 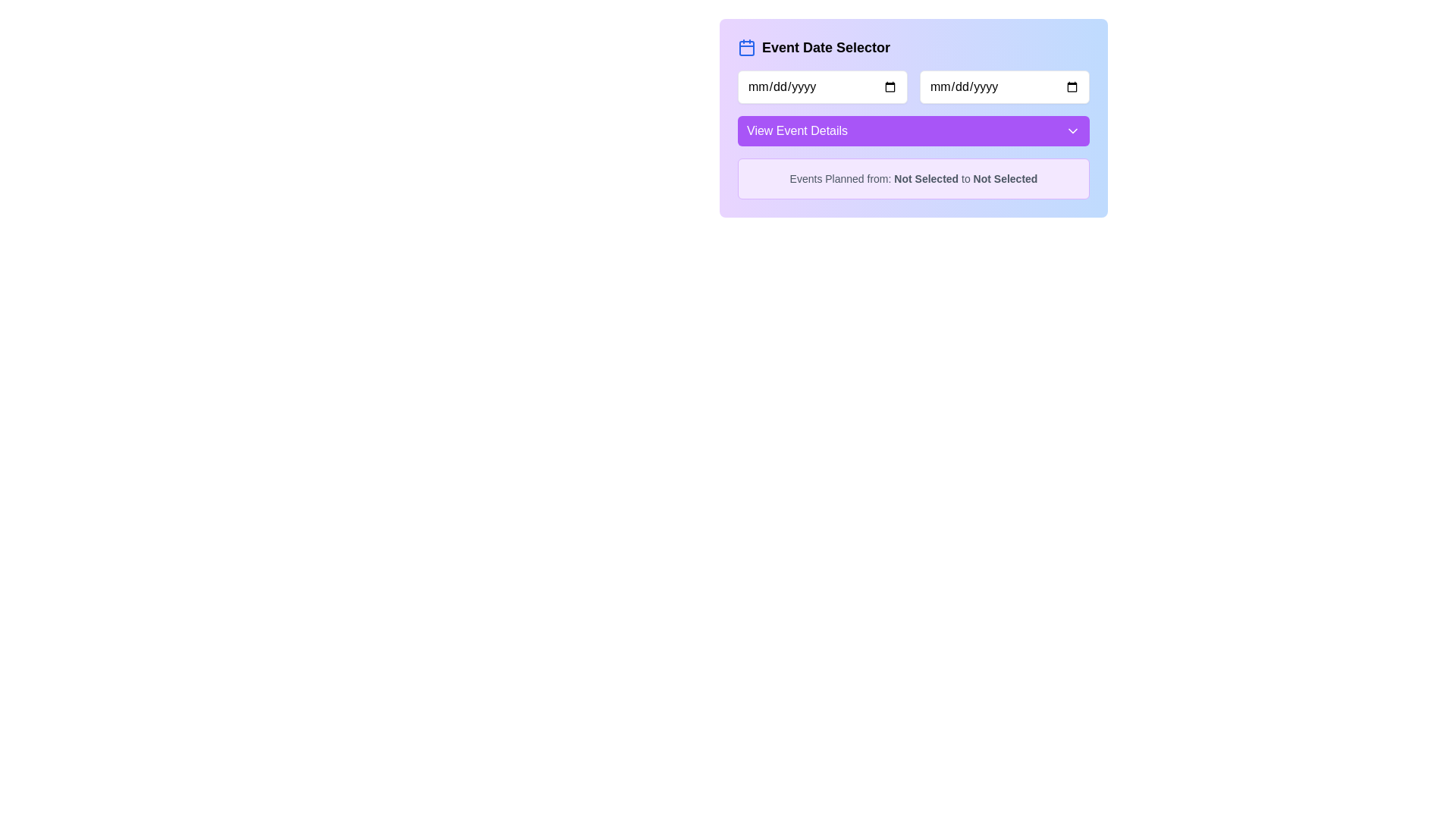 I want to click on the text element that displays the planned events date range status, indicating that no date range has been selected, so click(x=912, y=177).